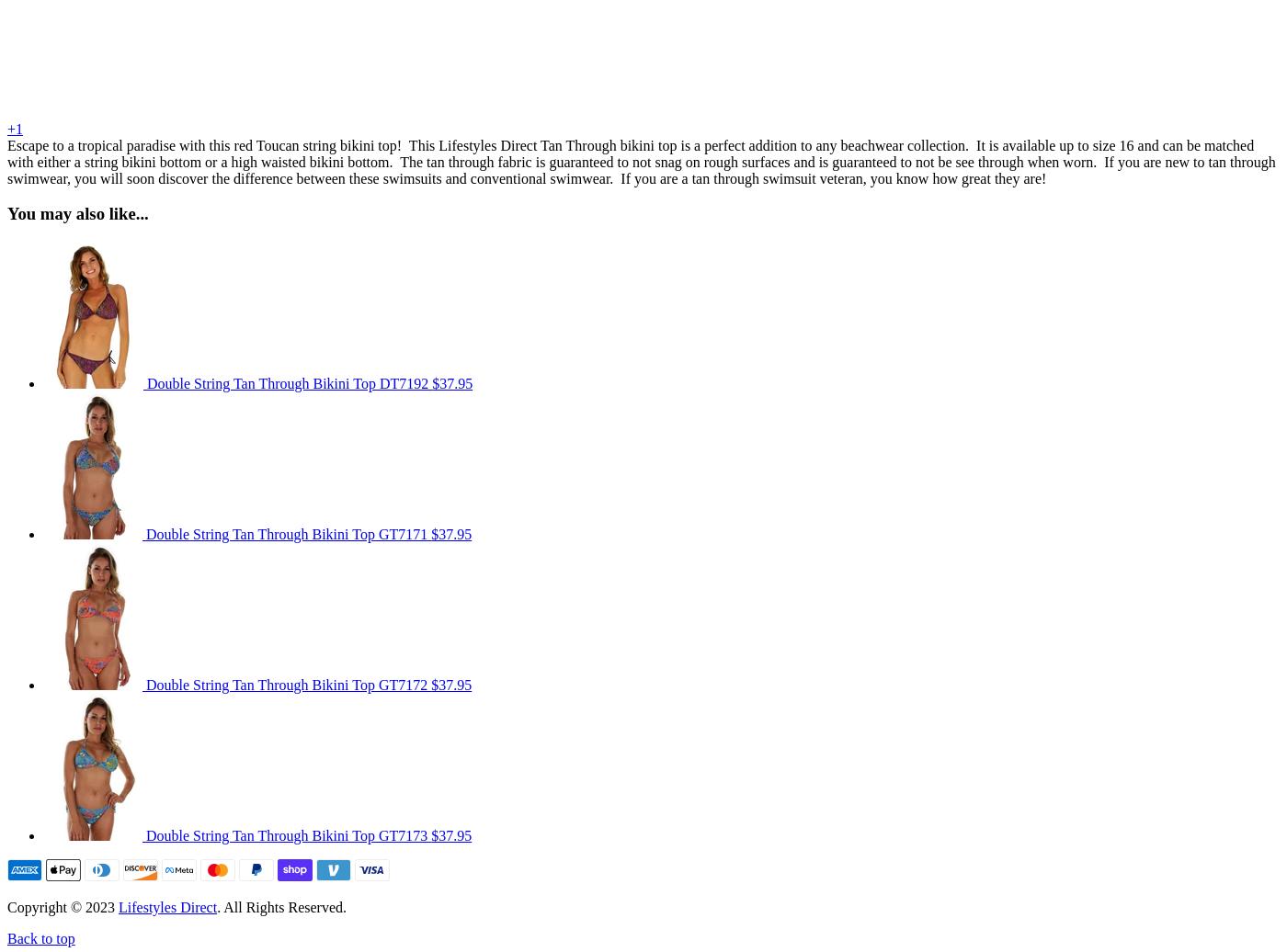  Describe the element at coordinates (289, 534) in the screenshot. I see `'Double String Tan Through Bikini Top GT7171'` at that location.